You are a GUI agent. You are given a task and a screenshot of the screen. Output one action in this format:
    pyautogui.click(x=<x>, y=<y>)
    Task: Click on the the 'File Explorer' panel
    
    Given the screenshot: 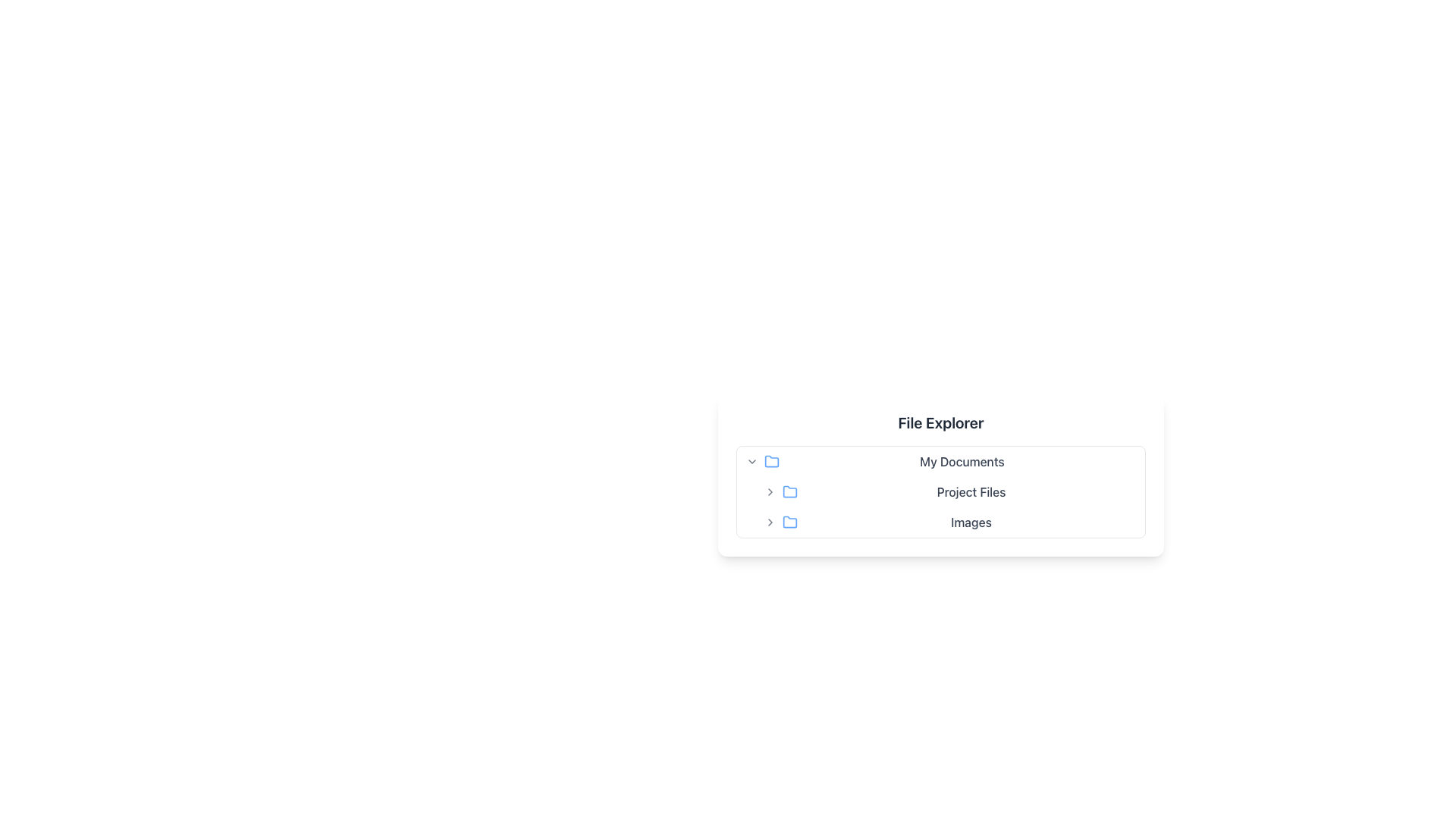 What is the action you would take?
    pyautogui.click(x=940, y=491)
    